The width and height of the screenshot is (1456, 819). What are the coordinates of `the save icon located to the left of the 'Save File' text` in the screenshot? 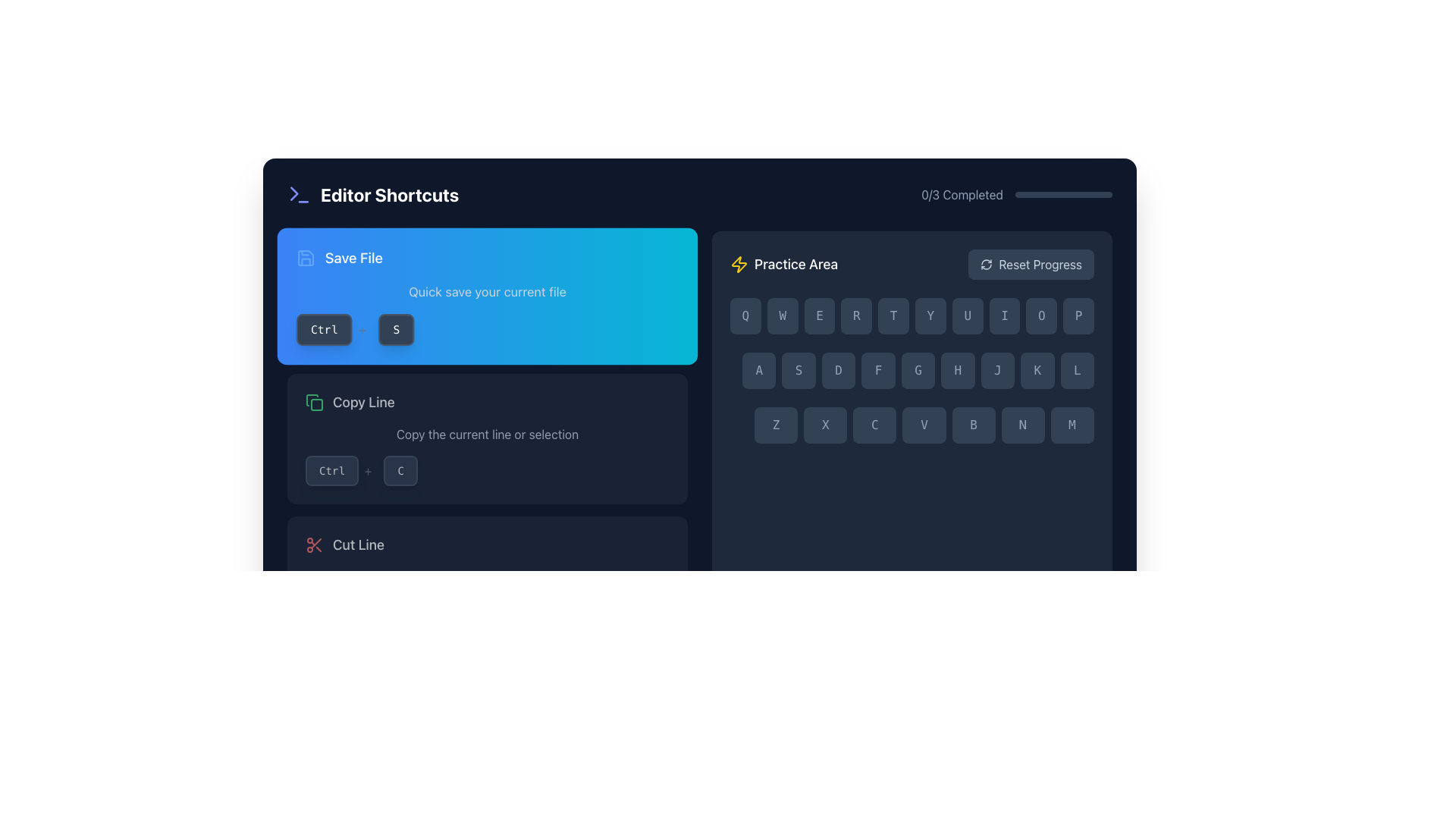 It's located at (305, 257).